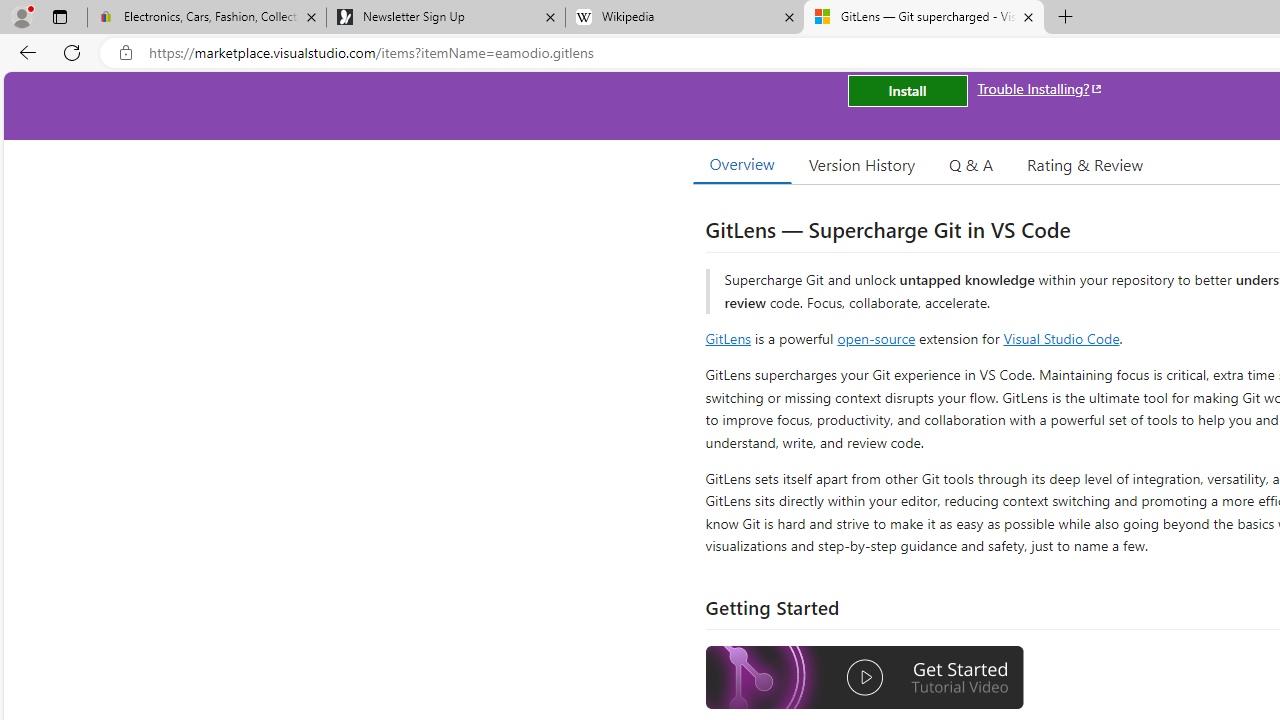 The image size is (1280, 720). Describe the element at coordinates (125, 52) in the screenshot. I see `'View site information'` at that location.